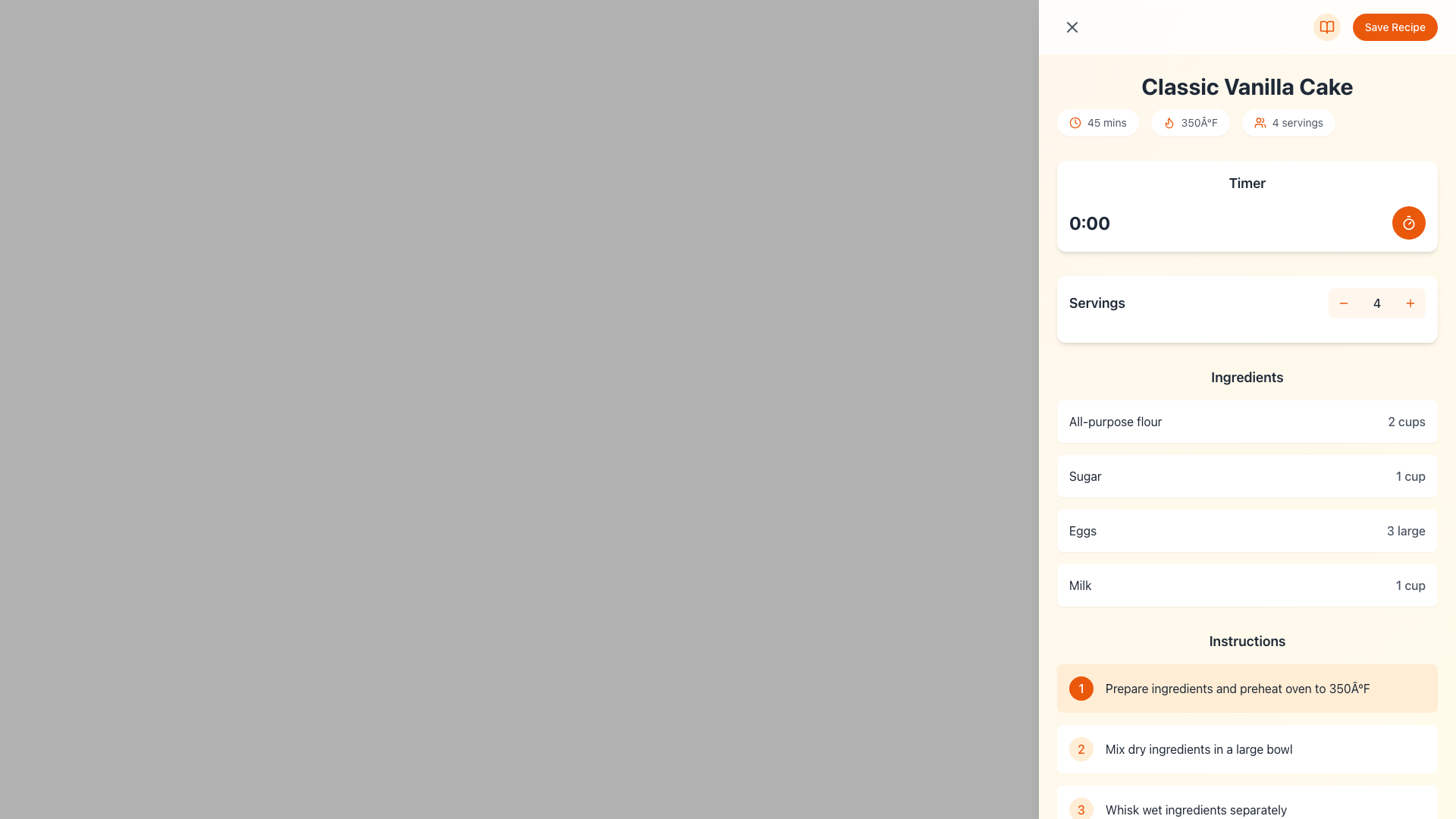 This screenshot has height=819, width=1456. I want to click on the open book icon located near the top-right corner of the interface, to the left of the 'Save Recipe' button, so click(1326, 27).